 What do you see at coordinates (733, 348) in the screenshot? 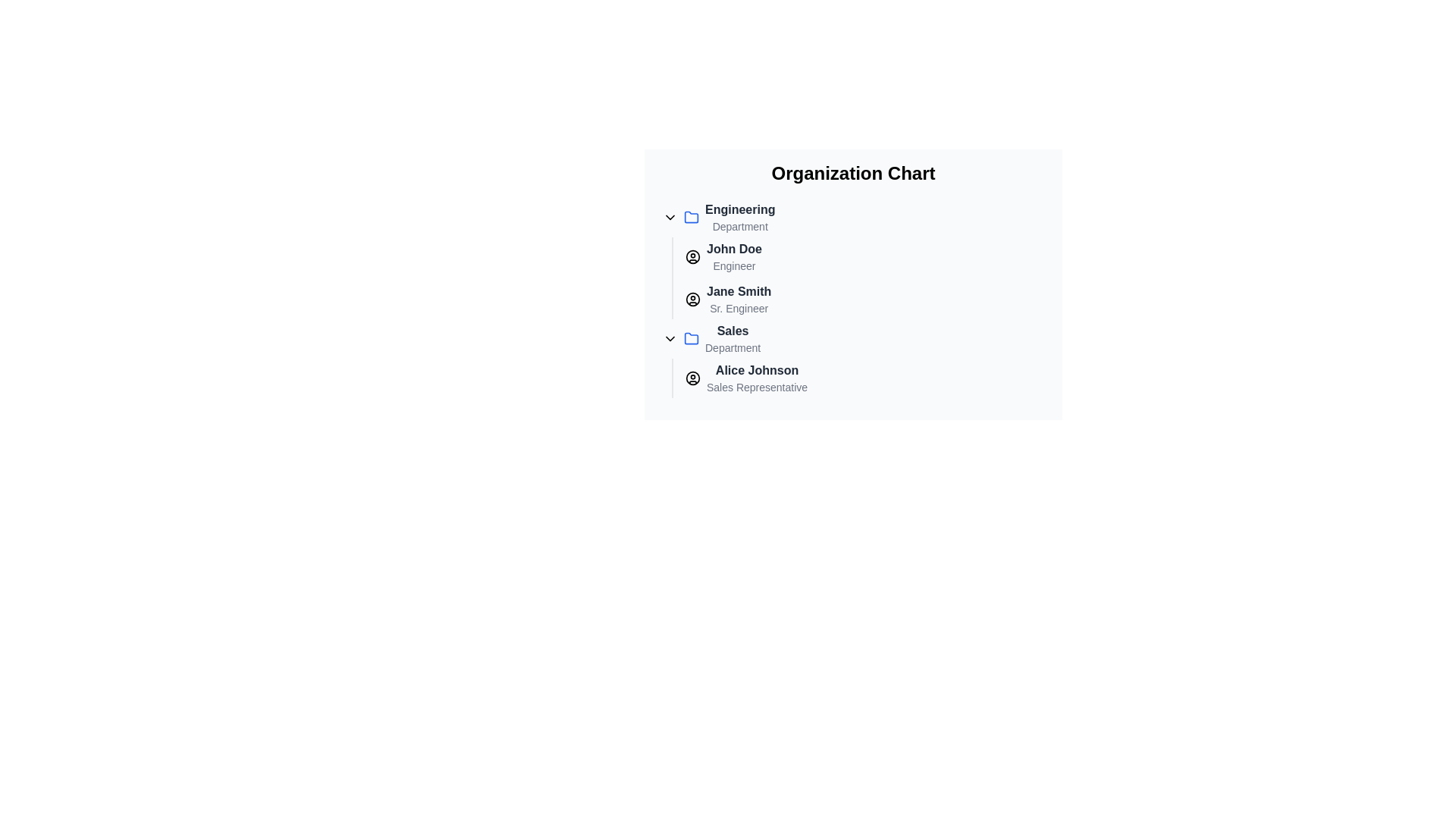
I see `'Sales' text label located within the 'Sales' group in the organization chart, positioned directly below the 'Sales' title` at bounding box center [733, 348].